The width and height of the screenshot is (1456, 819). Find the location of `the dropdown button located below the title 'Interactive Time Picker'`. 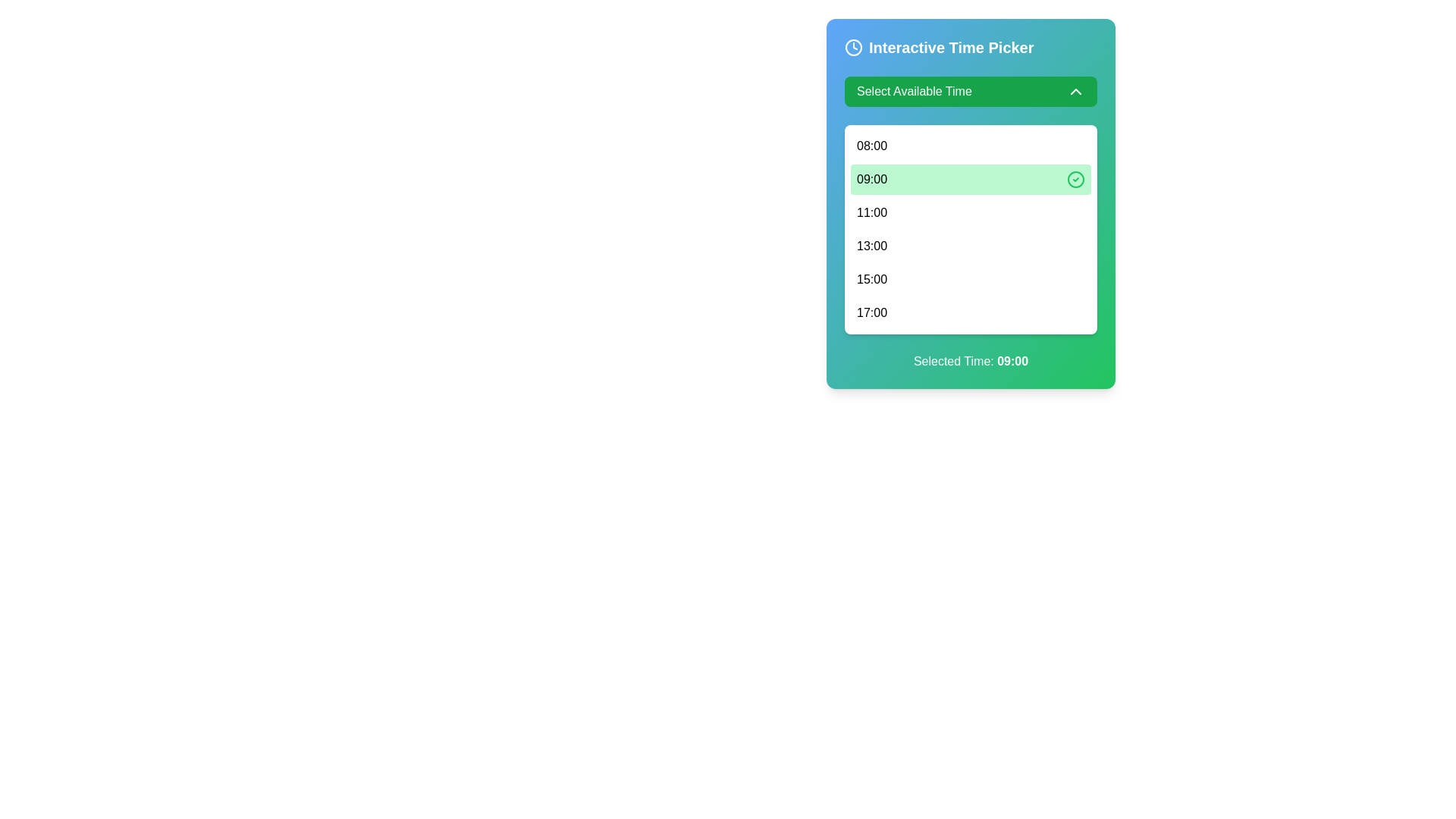

the dropdown button located below the title 'Interactive Time Picker' is located at coordinates (971, 91).